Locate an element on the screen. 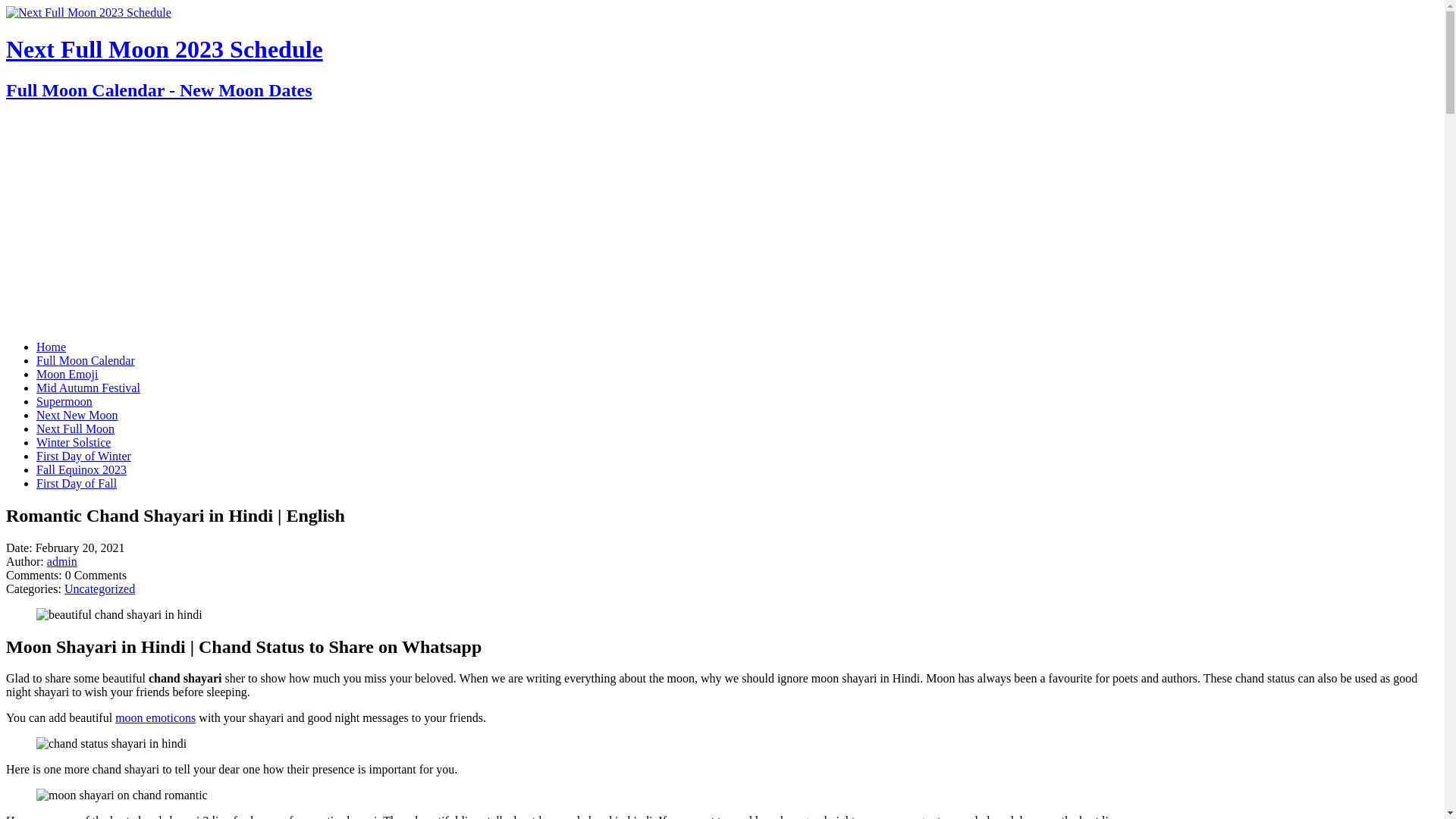 The image size is (1456, 819). 'Moon Emoji' is located at coordinates (36, 374).